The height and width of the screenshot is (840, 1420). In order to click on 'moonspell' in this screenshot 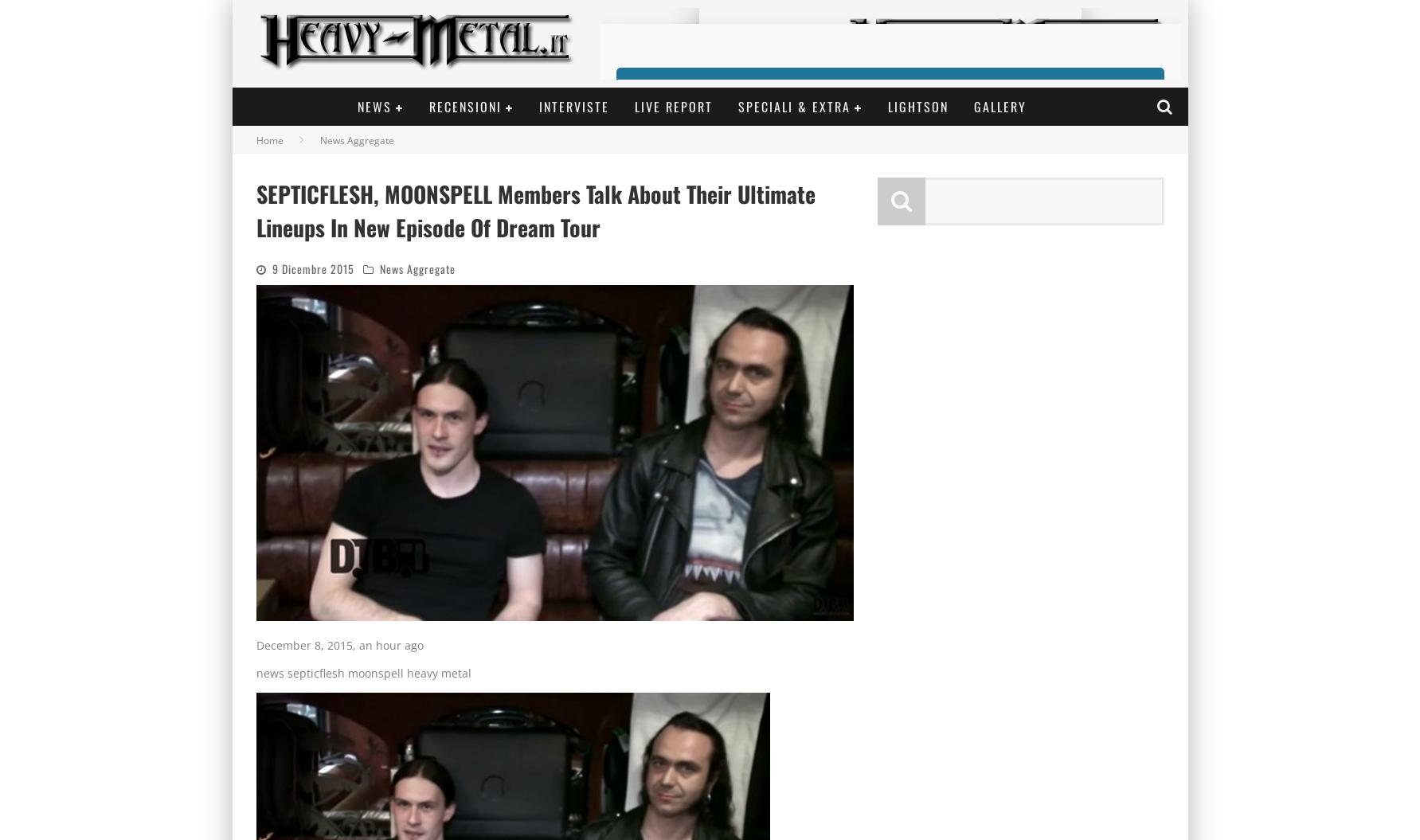, I will do `click(375, 673)`.